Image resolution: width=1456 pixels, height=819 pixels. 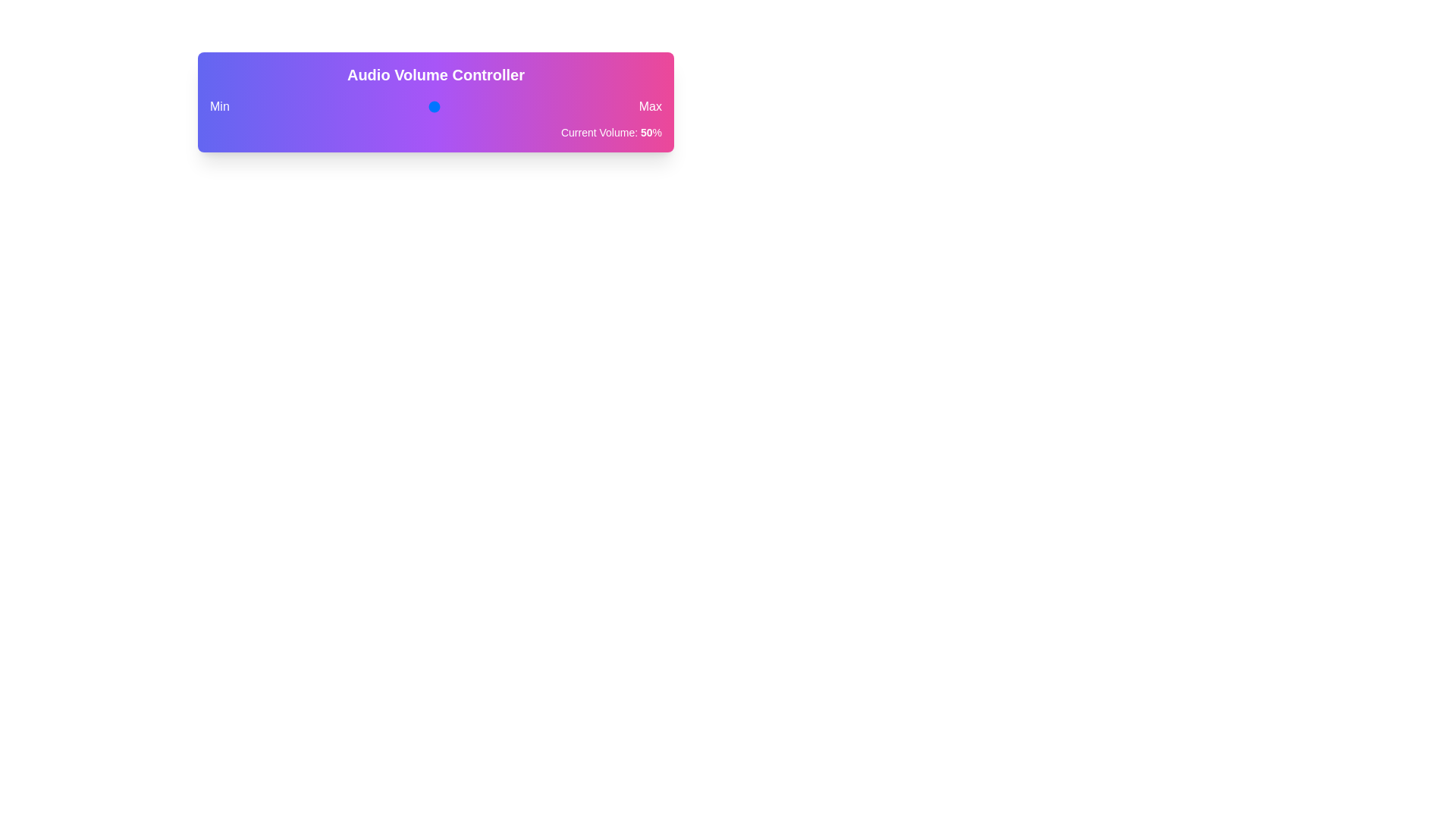 What do you see at coordinates (460, 106) in the screenshot?
I see `the volume slider to 57%` at bounding box center [460, 106].